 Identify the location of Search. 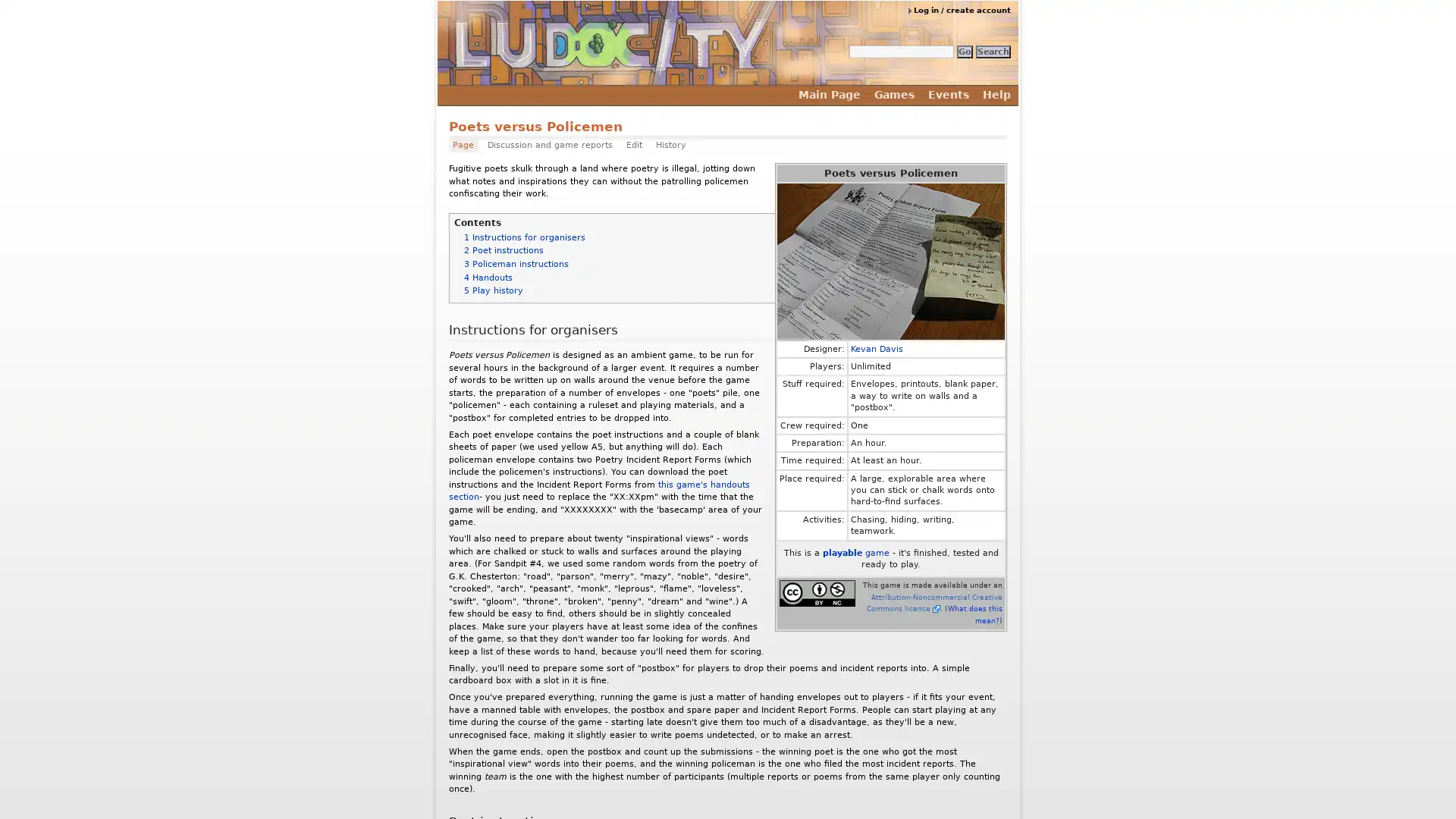
(993, 51).